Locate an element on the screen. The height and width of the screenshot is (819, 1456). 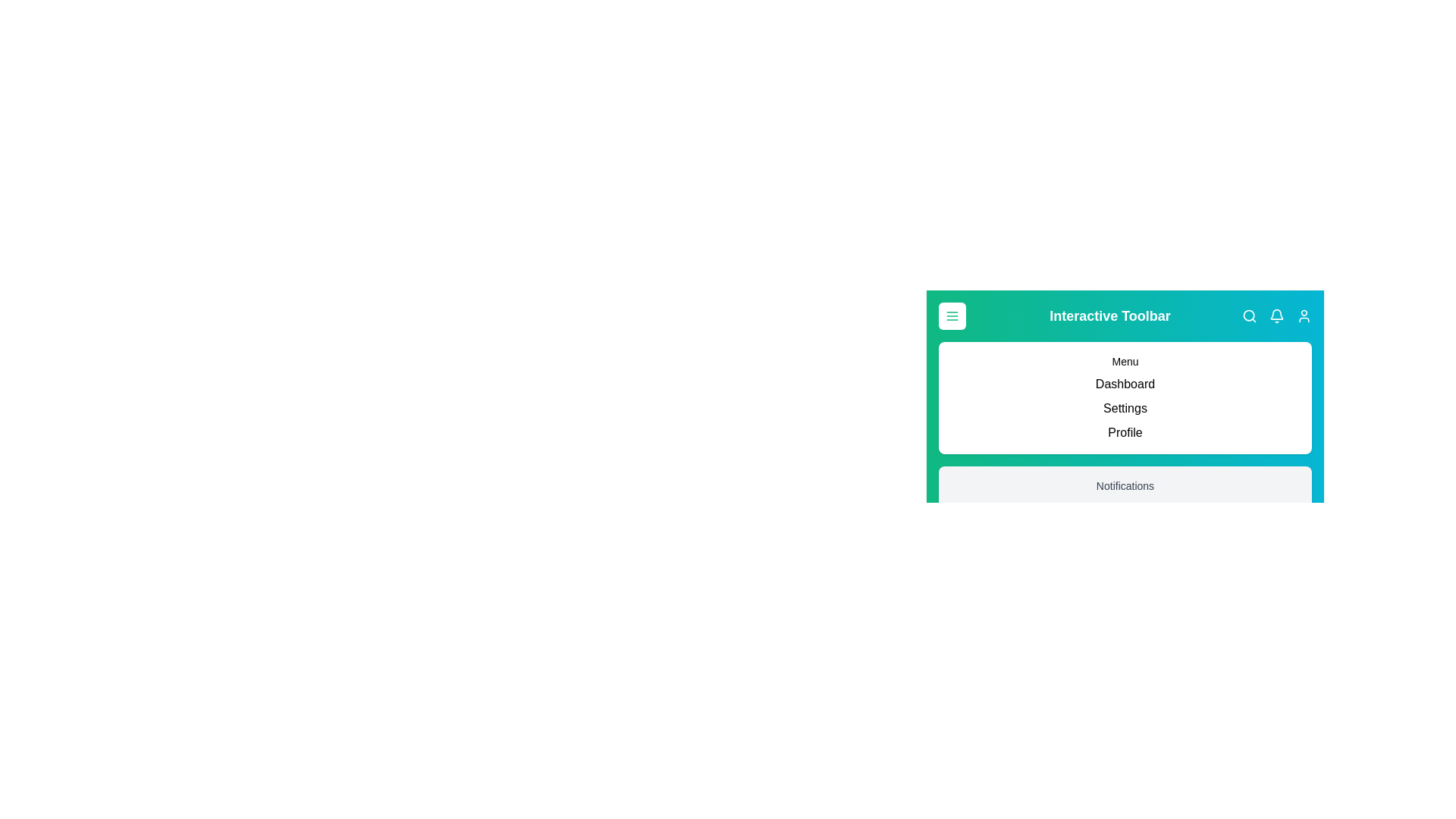
the search icon in the toolbar is located at coordinates (1249, 315).